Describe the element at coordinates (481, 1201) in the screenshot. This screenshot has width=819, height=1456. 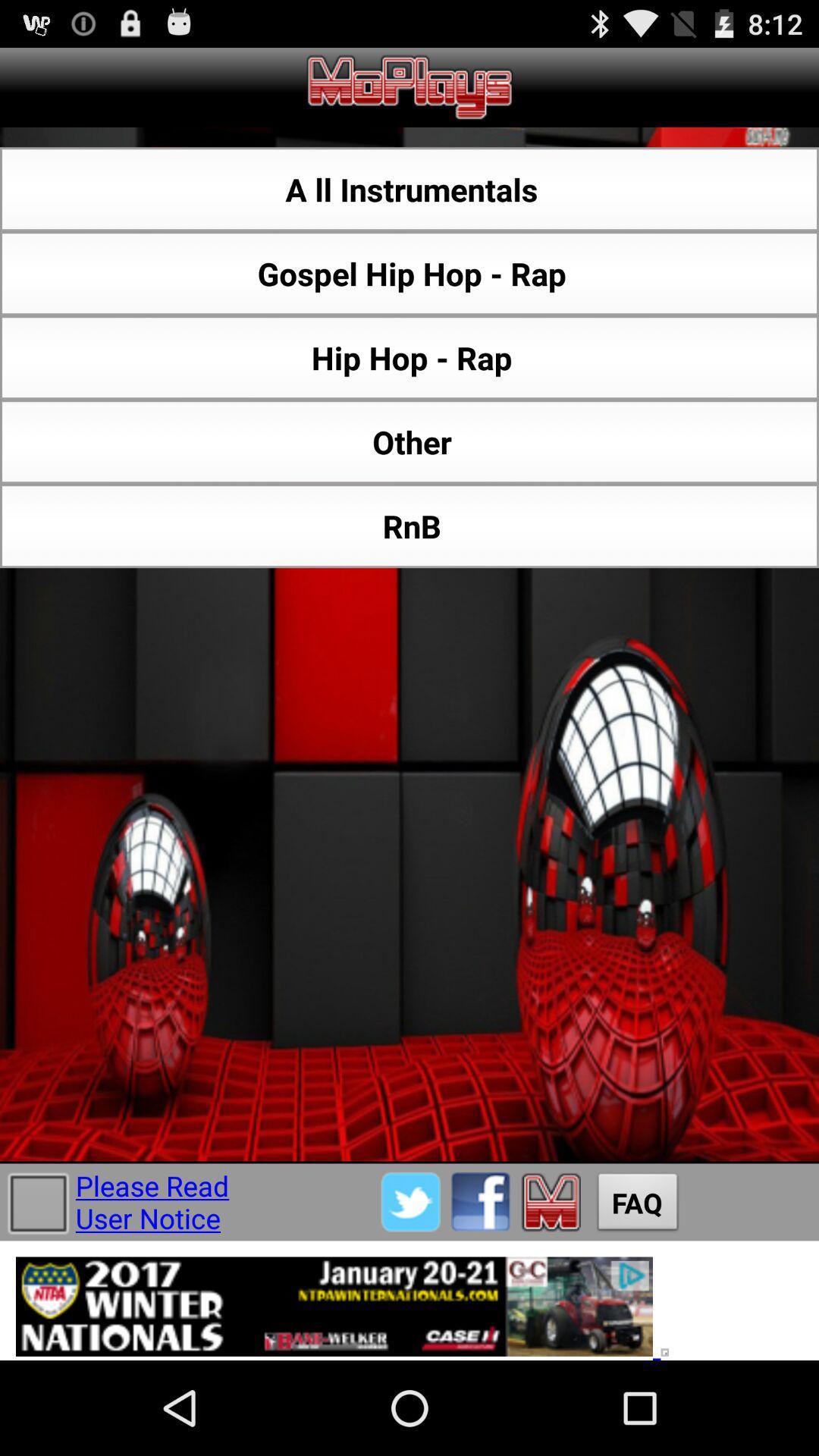
I see `share via facebook` at that location.